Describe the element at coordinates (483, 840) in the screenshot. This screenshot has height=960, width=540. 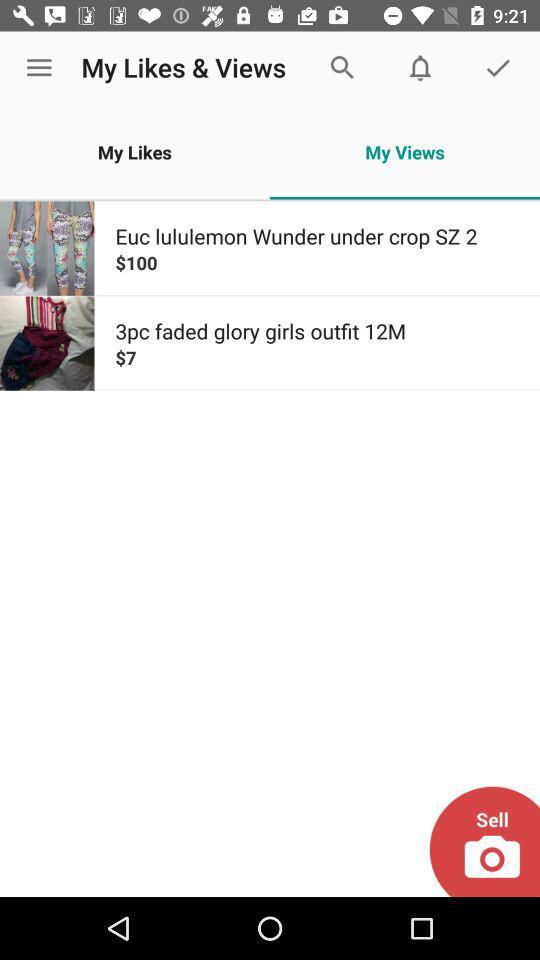
I see `sell item` at that location.